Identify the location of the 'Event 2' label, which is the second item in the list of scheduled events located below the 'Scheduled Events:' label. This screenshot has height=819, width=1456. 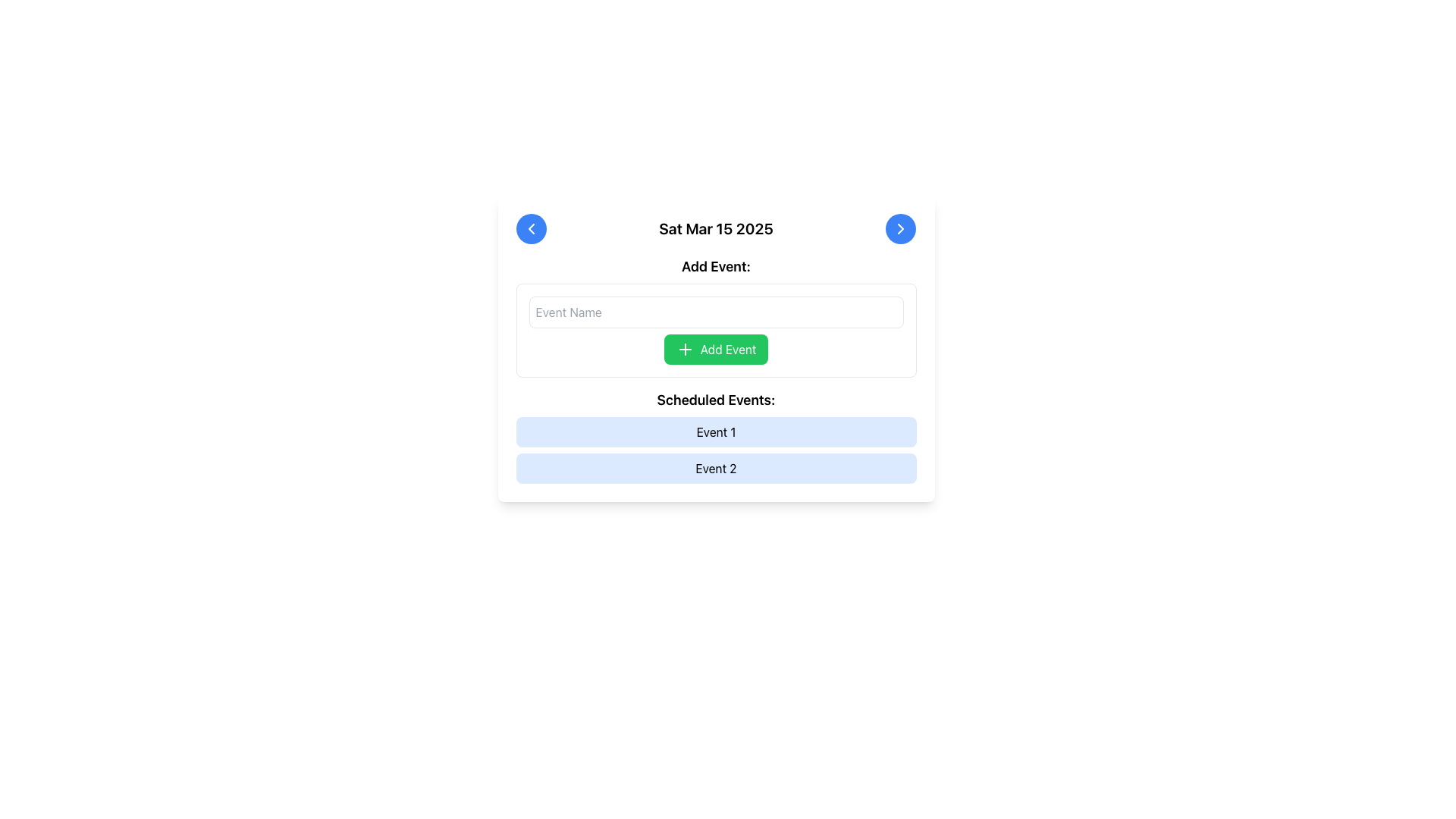
(715, 467).